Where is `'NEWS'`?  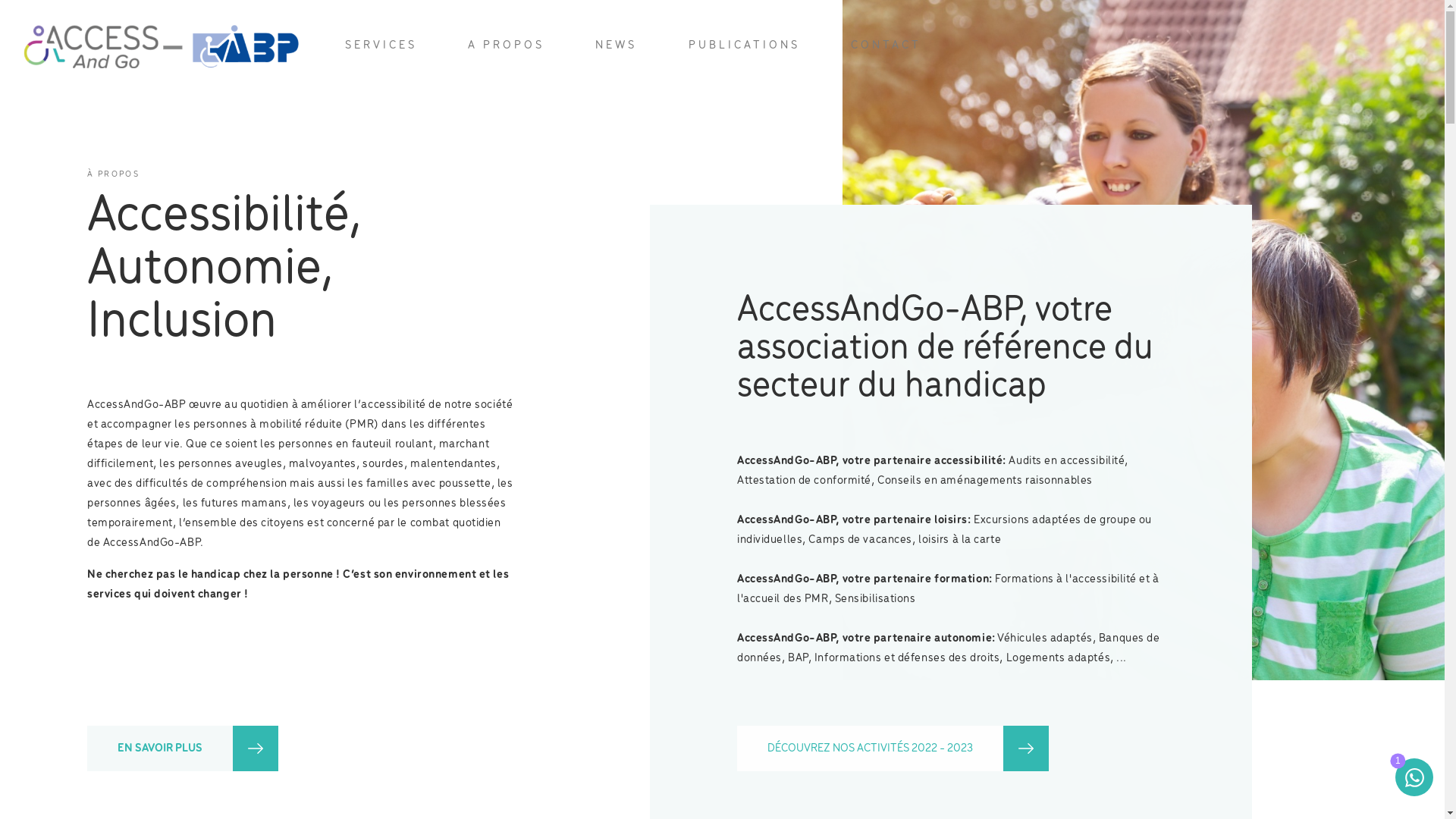 'NEWS' is located at coordinates (616, 45).